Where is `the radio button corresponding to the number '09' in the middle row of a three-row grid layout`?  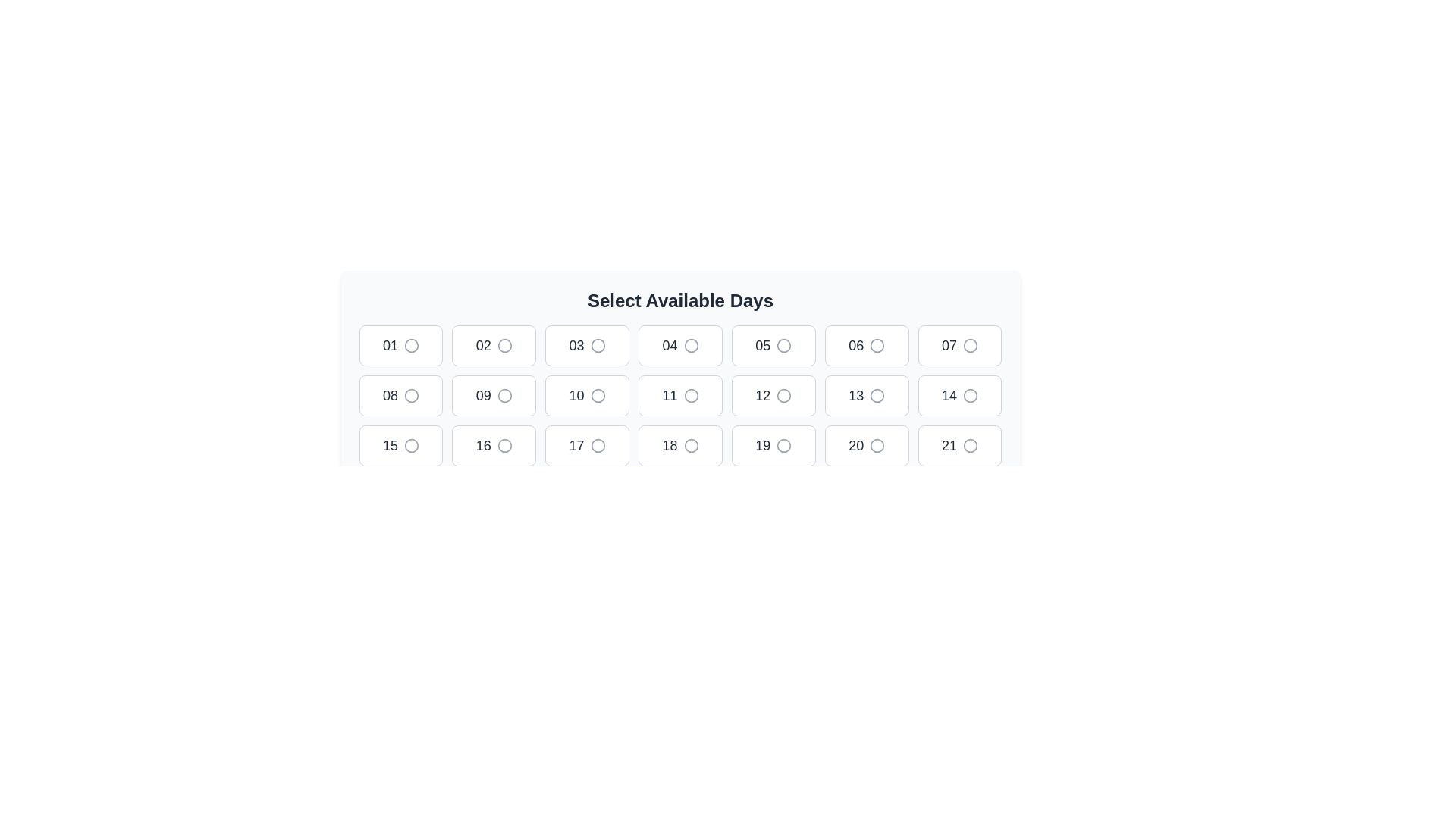 the radio button corresponding to the number '09' in the middle row of a three-row grid layout is located at coordinates (504, 394).